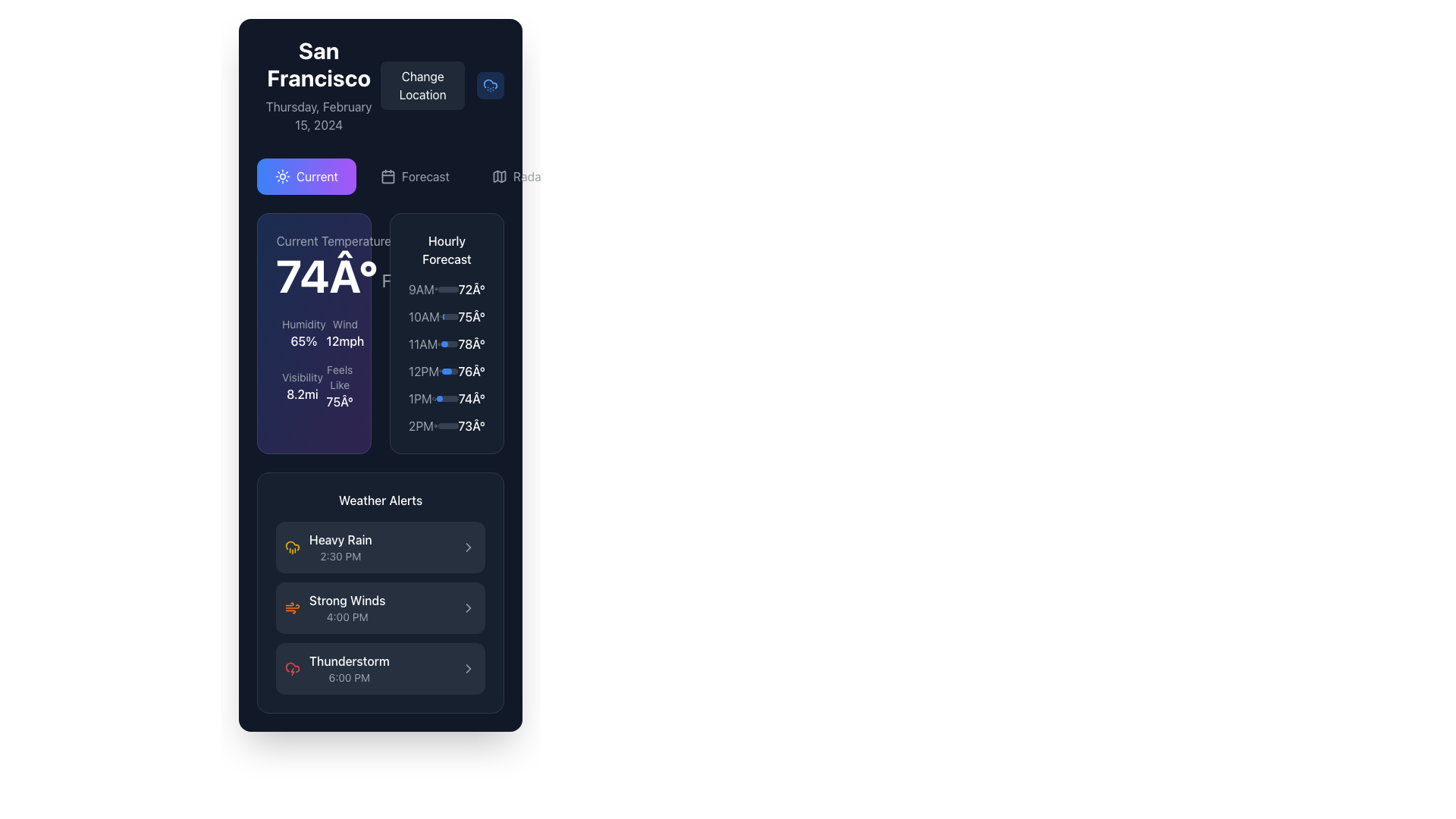 The height and width of the screenshot is (819, 1456). I want to click on progress bar located in the hourly forecast section, which visually indicates the progression of an attribute such as temperature, situated centrally with '9AM' on the left and '72°' on the right, so click(447, 289).